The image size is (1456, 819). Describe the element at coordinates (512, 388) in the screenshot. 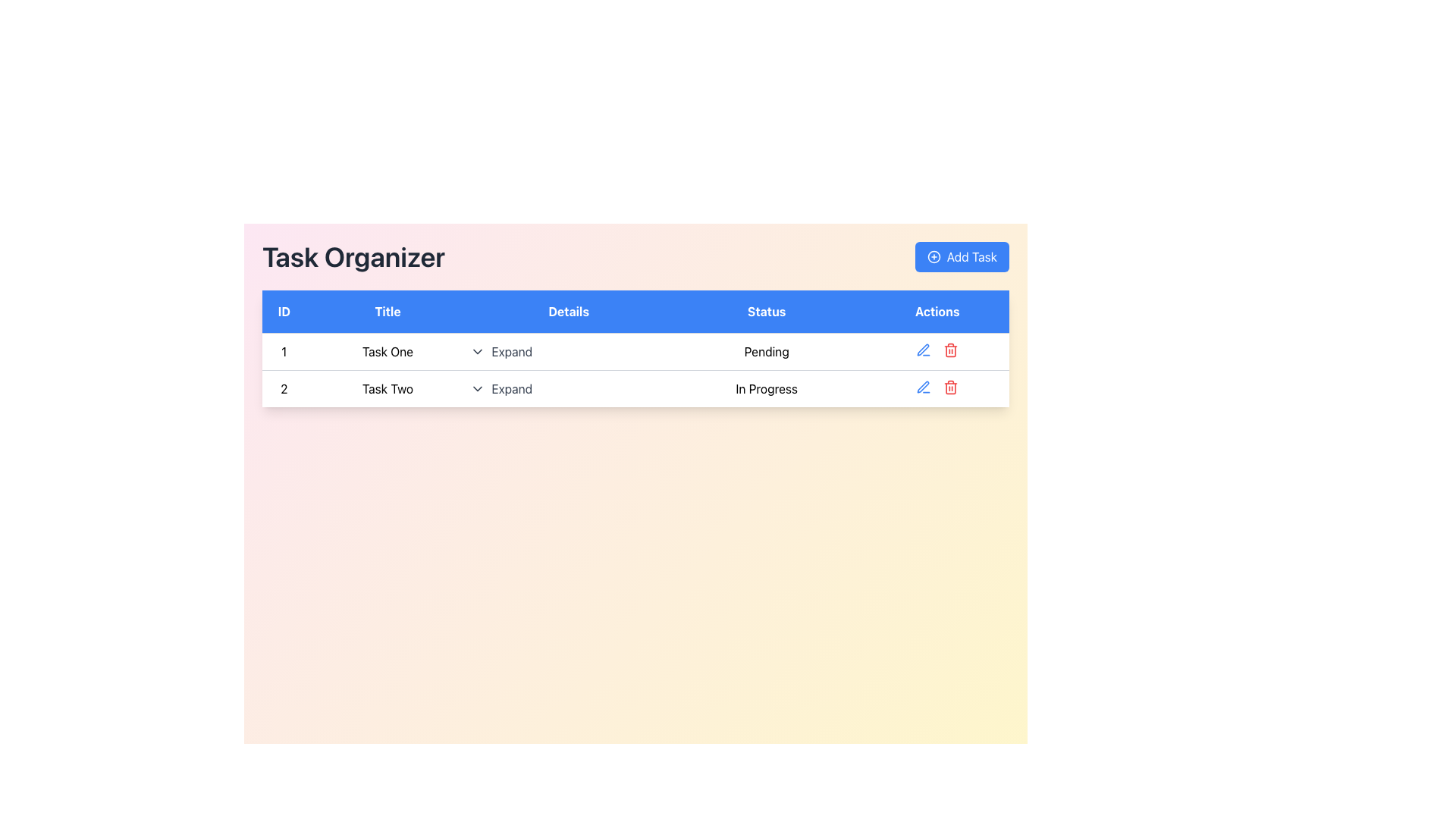

I see `the Text Label in the 'Details' column of the second row of the table, which indicates the option to expand or collapse additional details` at that location.